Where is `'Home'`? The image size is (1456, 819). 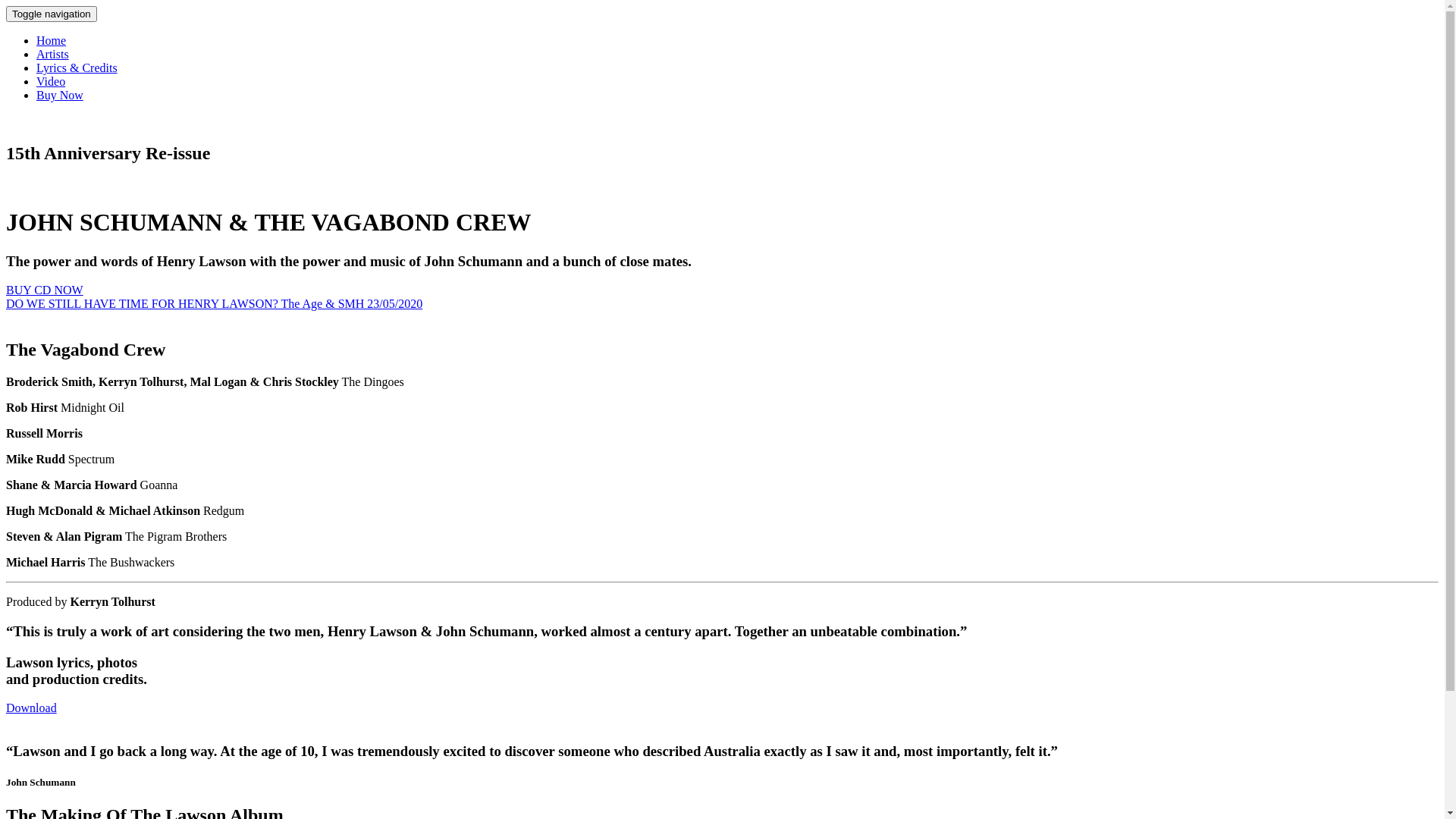 'Home' is located at coordinates (51, 39).